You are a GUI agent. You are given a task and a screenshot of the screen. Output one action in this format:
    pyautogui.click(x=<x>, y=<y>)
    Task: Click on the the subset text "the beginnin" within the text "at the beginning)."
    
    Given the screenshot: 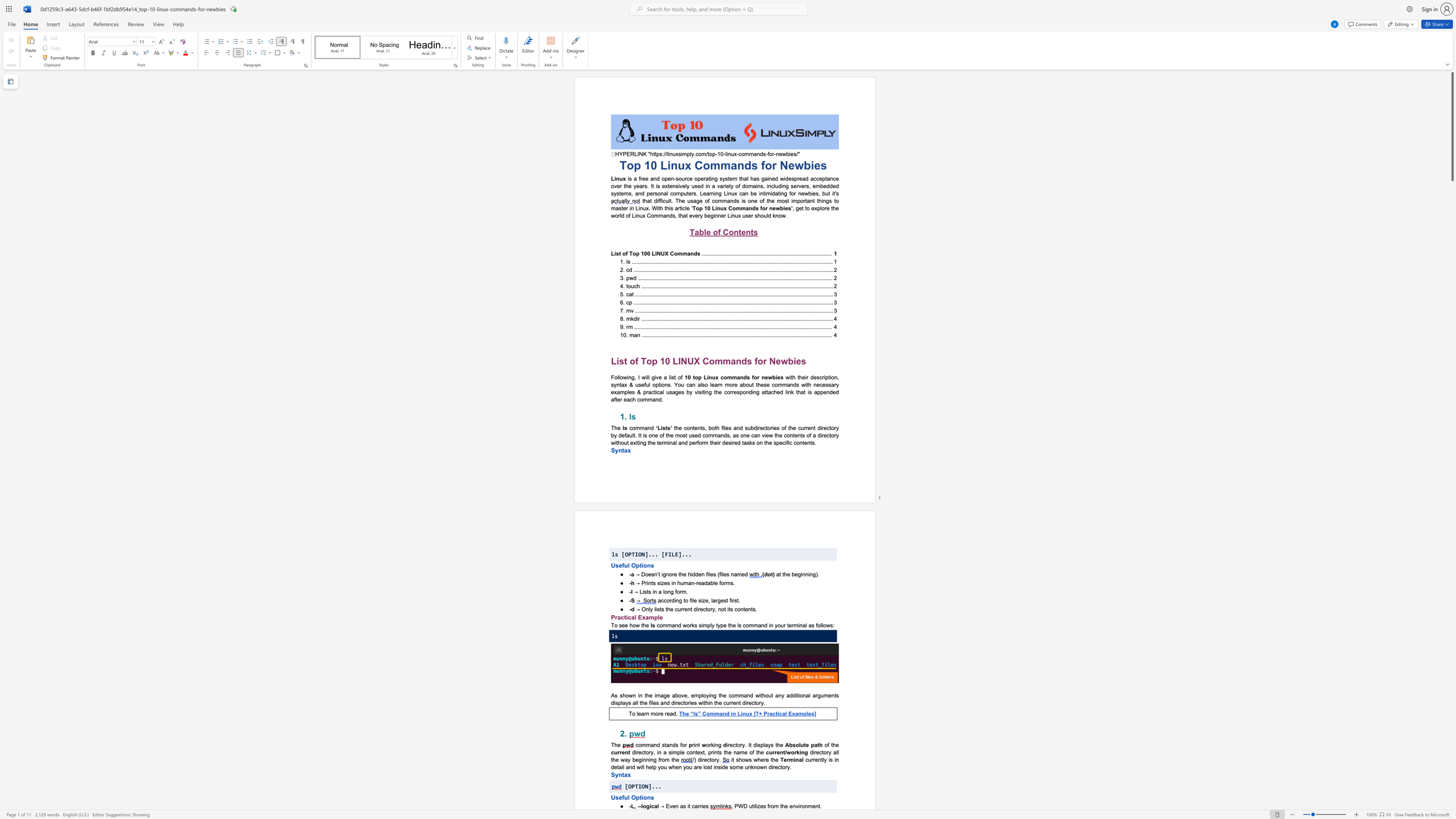 What is the action you would take?
    pyautogui.click(x=782, y=573)
    